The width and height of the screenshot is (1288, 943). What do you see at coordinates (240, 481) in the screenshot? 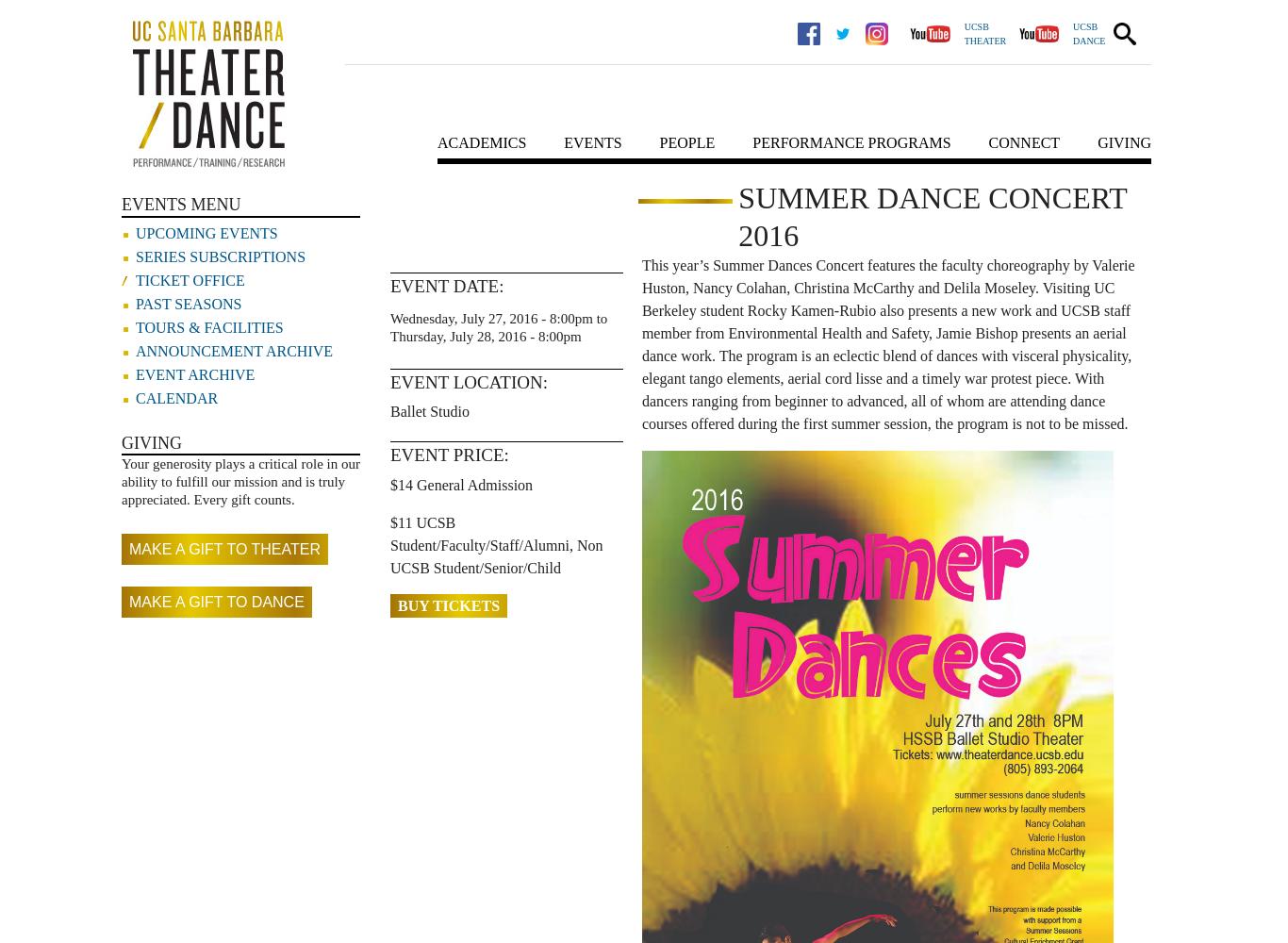
I see `'Your generosity plays a critical role in our ability to fulfill our mission and is truly appreciated. Every gift counts.'` at bounding box center [240, 481].